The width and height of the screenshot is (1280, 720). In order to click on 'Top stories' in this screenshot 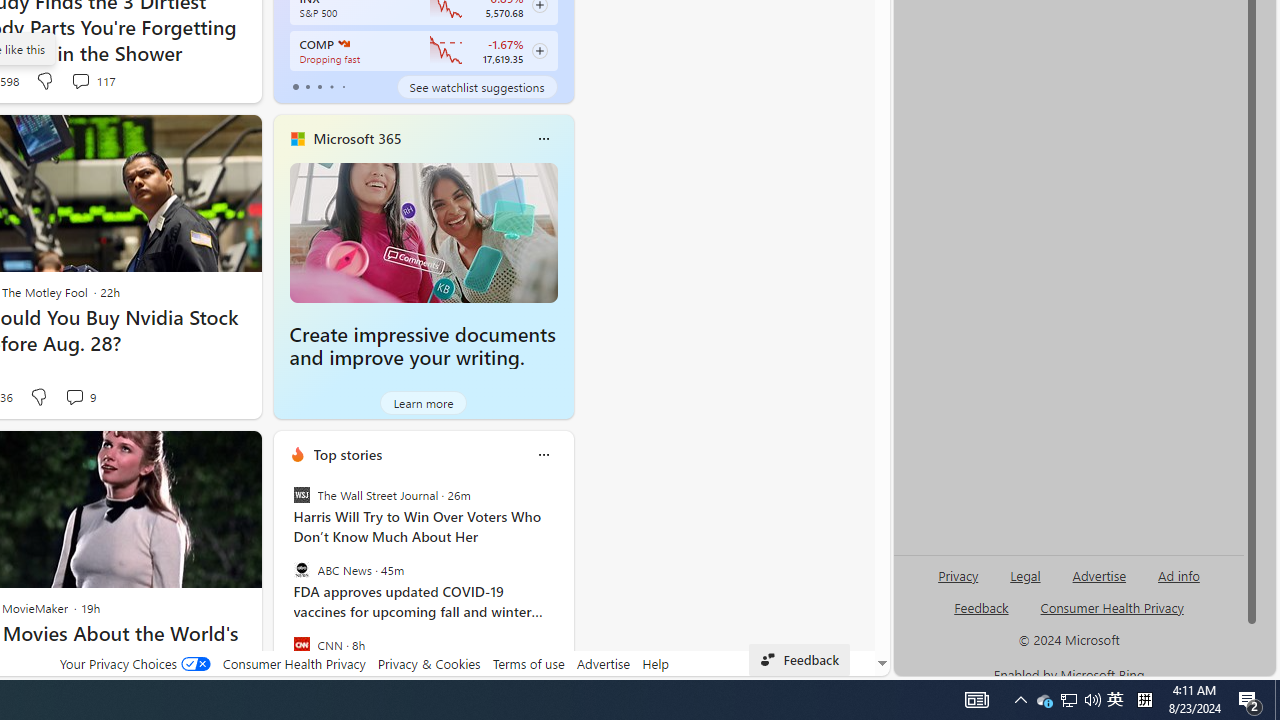, I will do `click(348, 454)`.